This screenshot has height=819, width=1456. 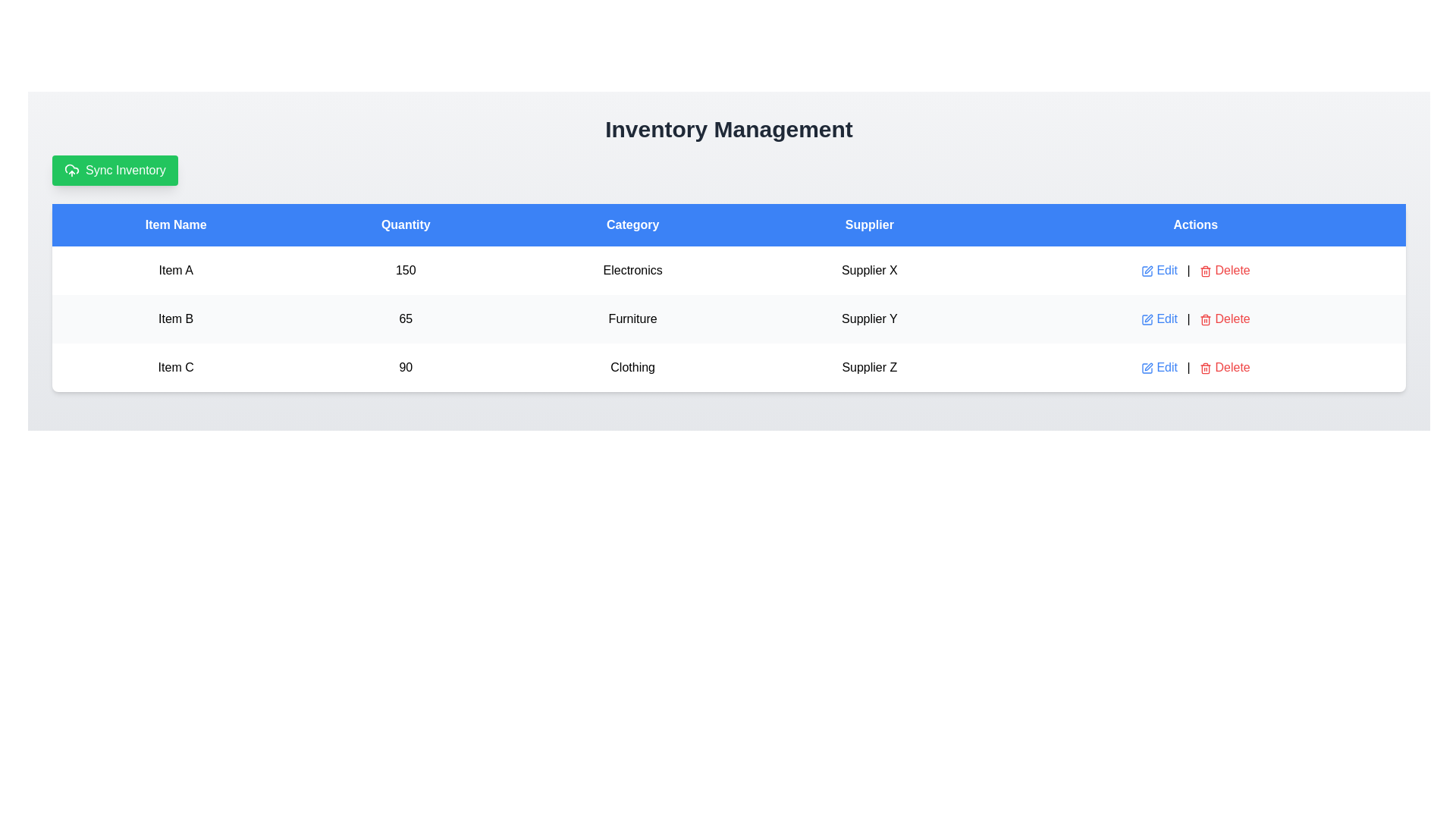 I want to click on the heading at the top center of the interface, which organizes and indicates the purpose of the surrounding content, located directly above the green 'Sync Inventory' button, so click(x=729, y=128).